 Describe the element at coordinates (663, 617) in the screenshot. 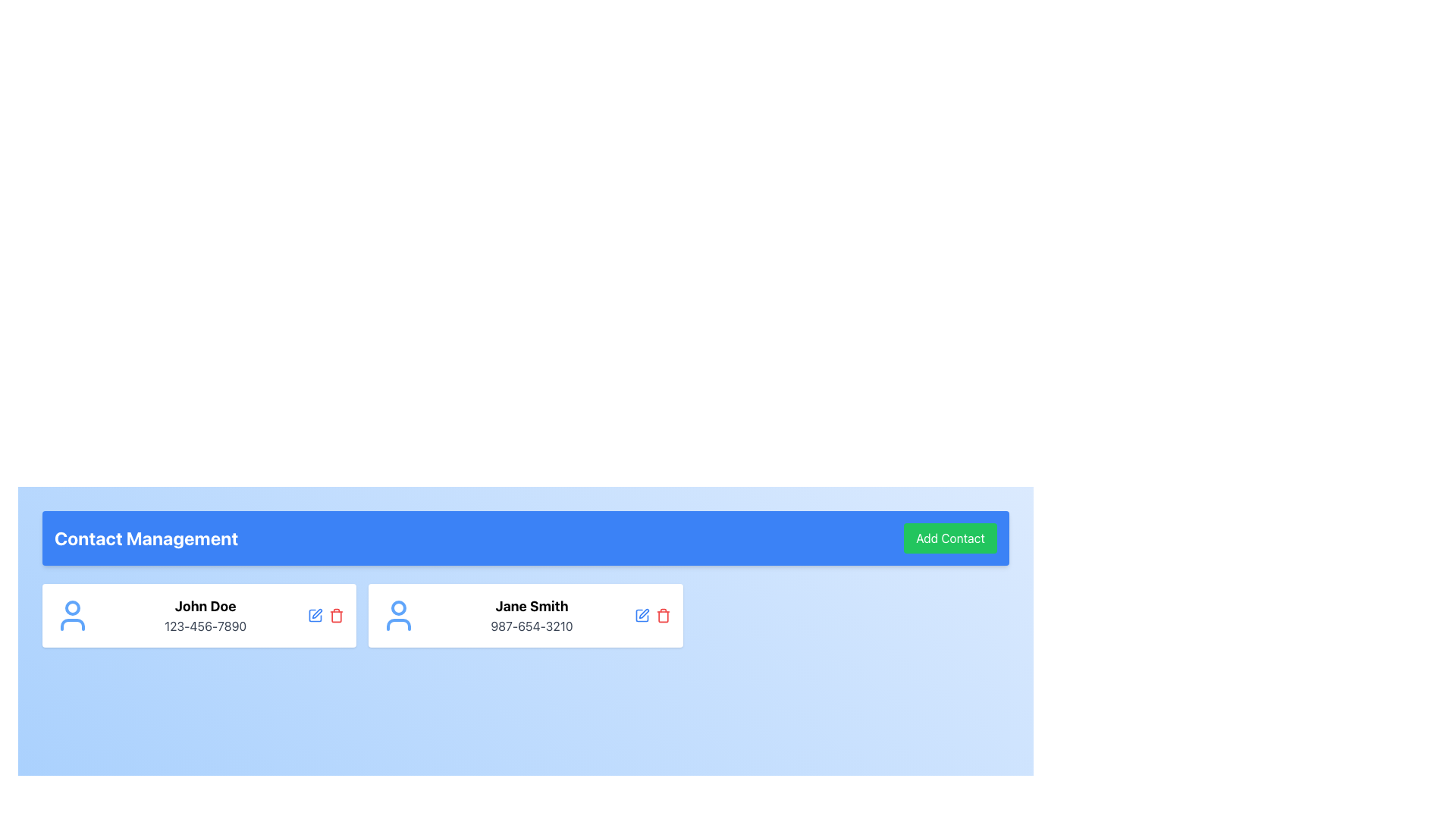

I see `the delete icon located within the button for the contact 'Jane Smith'` at that location.